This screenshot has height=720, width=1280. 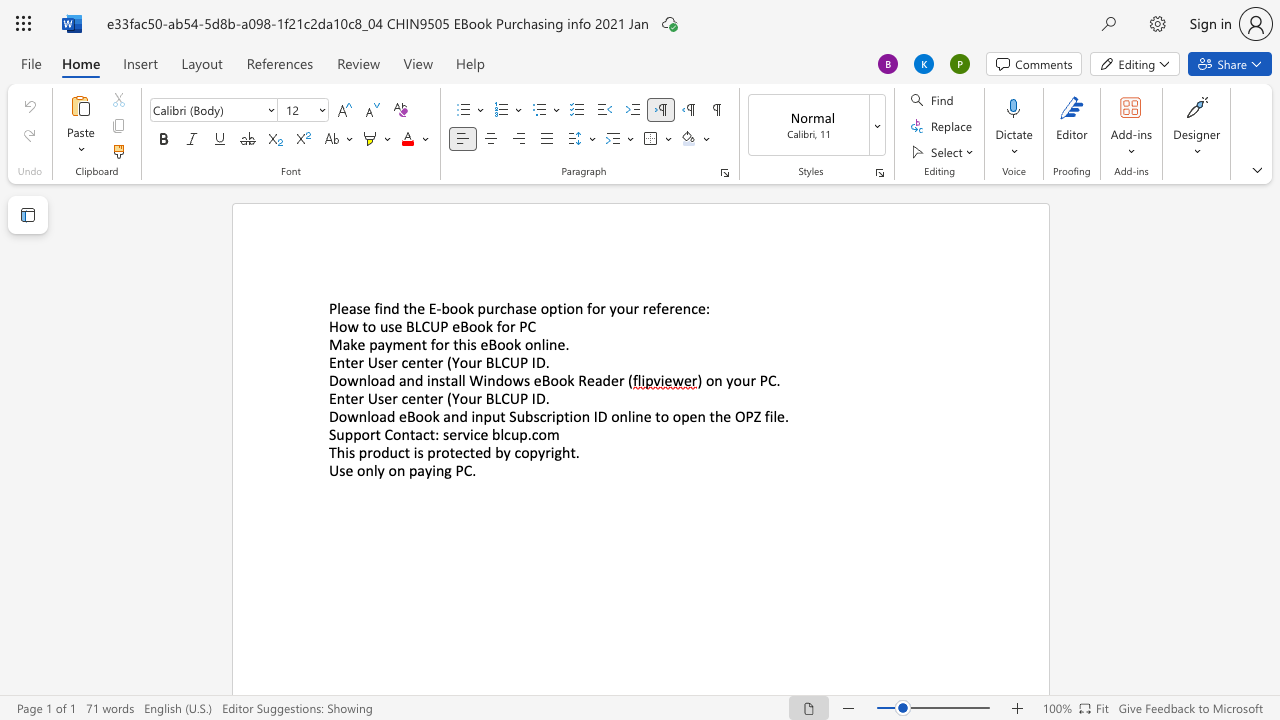 What do you see at coordinates (458, 415) in the screenshot?
I see `the subset text "d input Subscr" within the text "Download eBook and input Subscription ID online to open the OPZ file."` at bounding box center [458, 415].